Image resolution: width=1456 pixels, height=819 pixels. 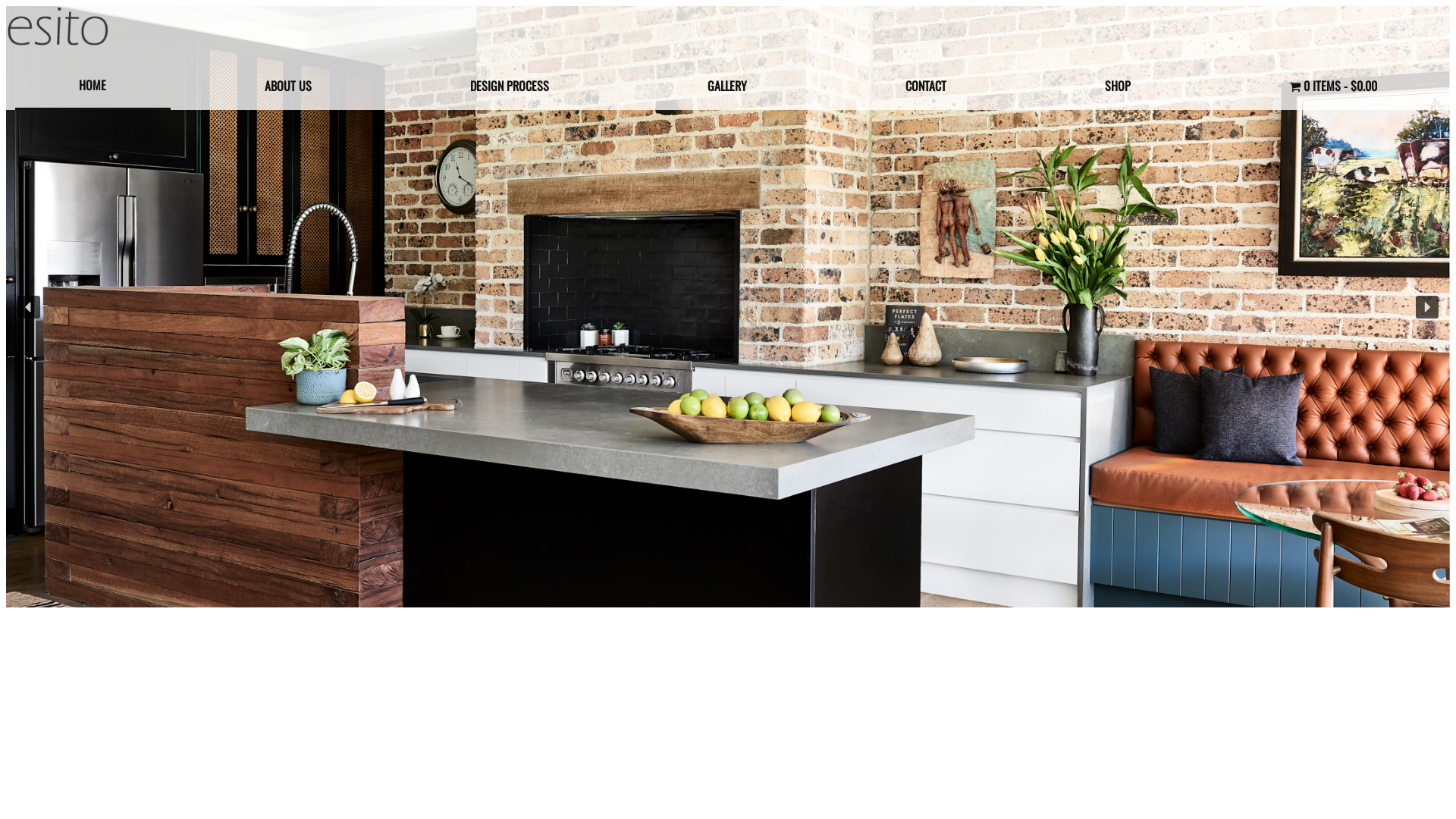 What do you see at coordinates (839, 85) in the screenshot?
I see `'CONTACT'` at bounding box center [839, 85].